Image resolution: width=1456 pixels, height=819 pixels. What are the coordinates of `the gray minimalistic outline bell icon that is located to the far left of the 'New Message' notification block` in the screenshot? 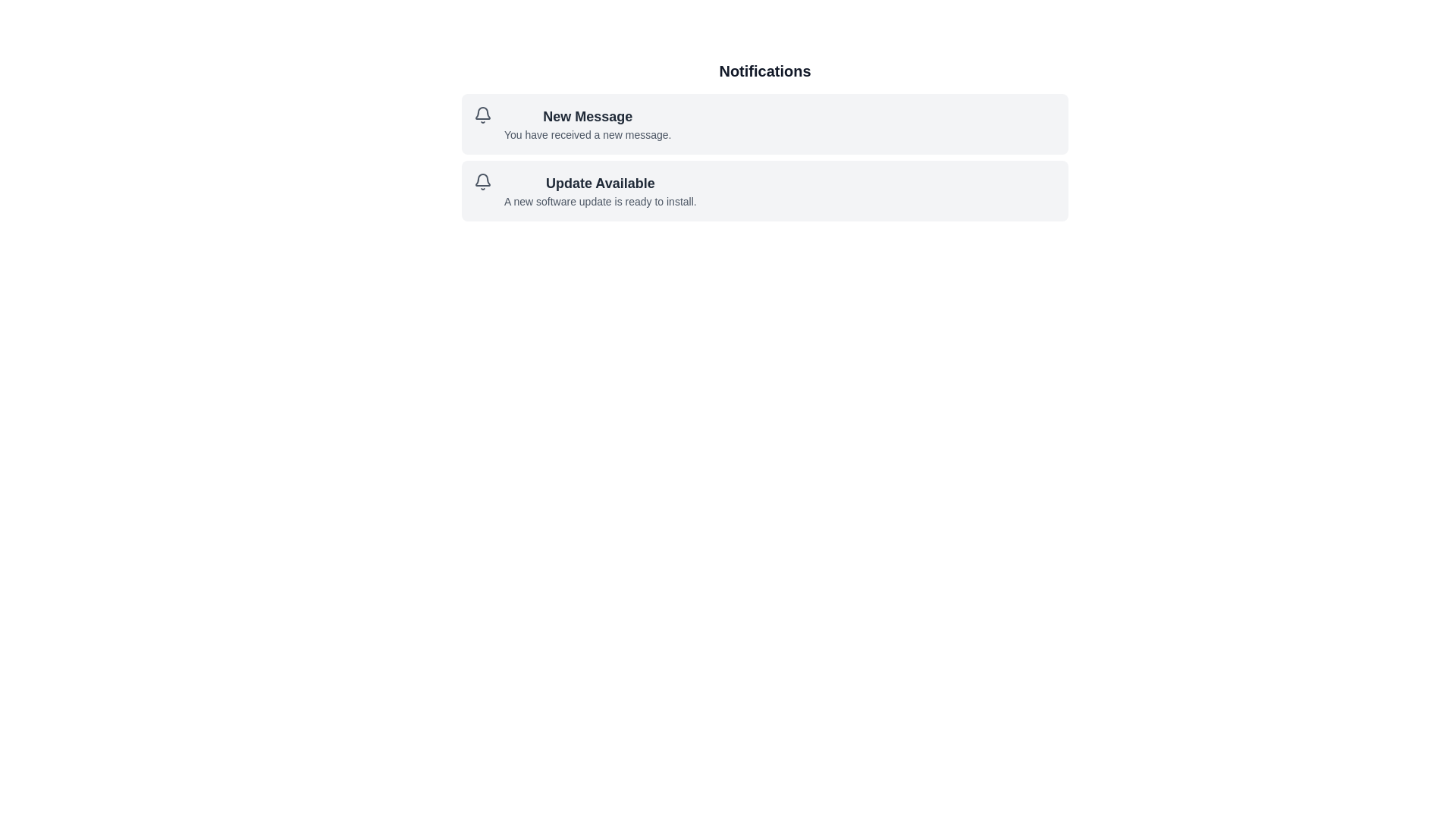 It's located at (482, 114).